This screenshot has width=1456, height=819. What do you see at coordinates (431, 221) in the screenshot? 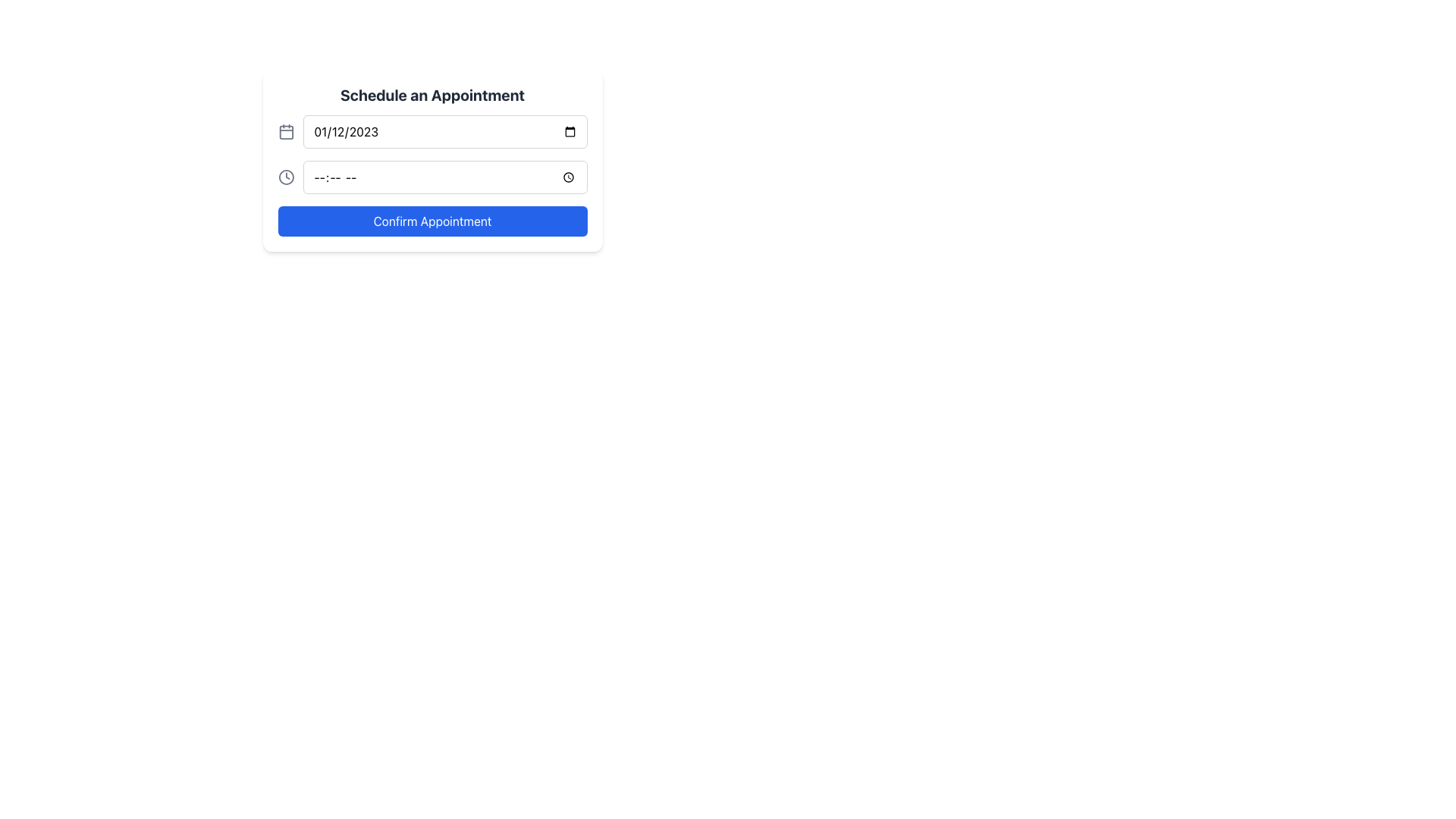
I see `the 'Confirm Appointment' button, which is a rectangular button with a blue background and white text, located below the date and time picker input fields` at bounding box center [431, 221].